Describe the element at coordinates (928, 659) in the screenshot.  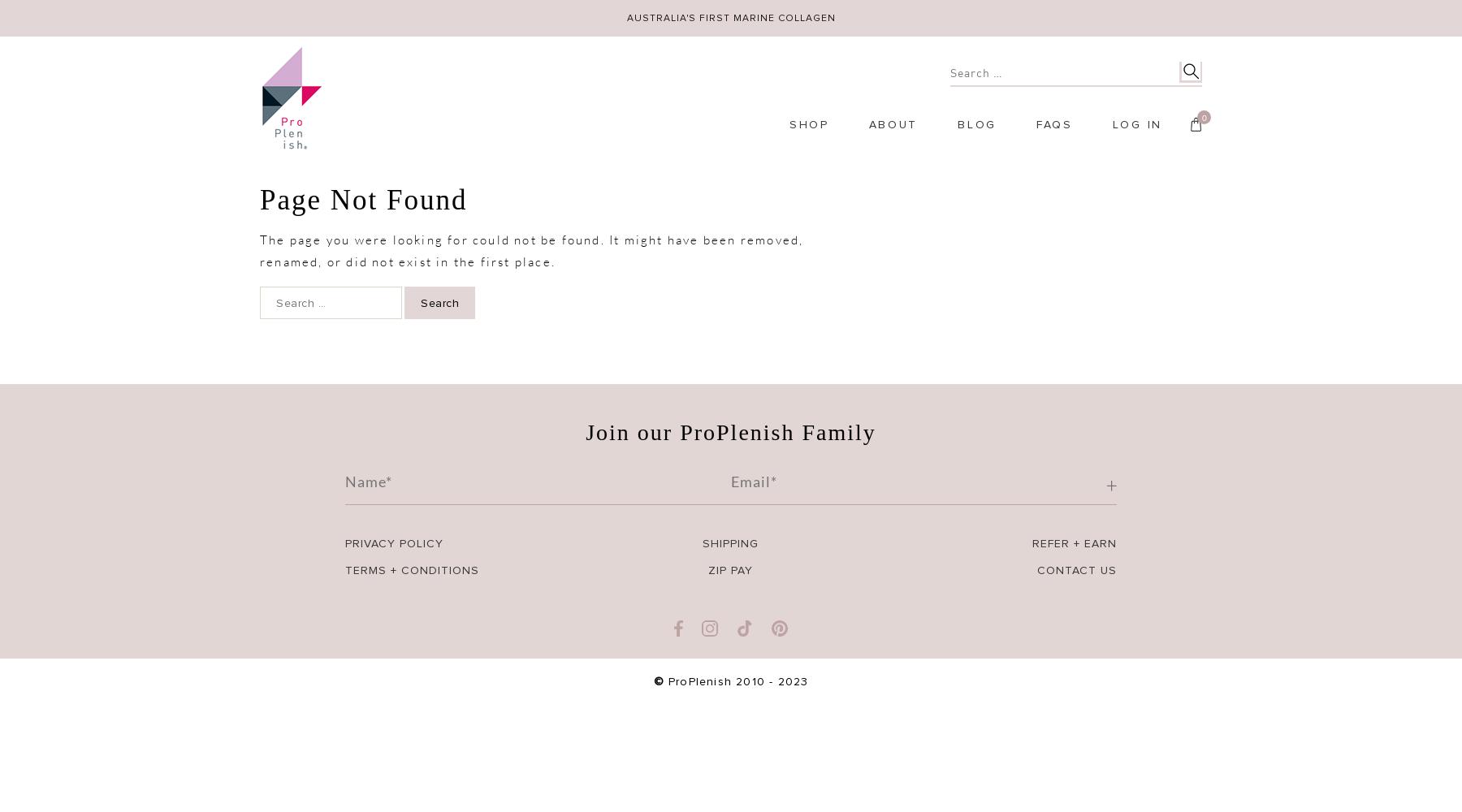
I see `'X'` at that location.